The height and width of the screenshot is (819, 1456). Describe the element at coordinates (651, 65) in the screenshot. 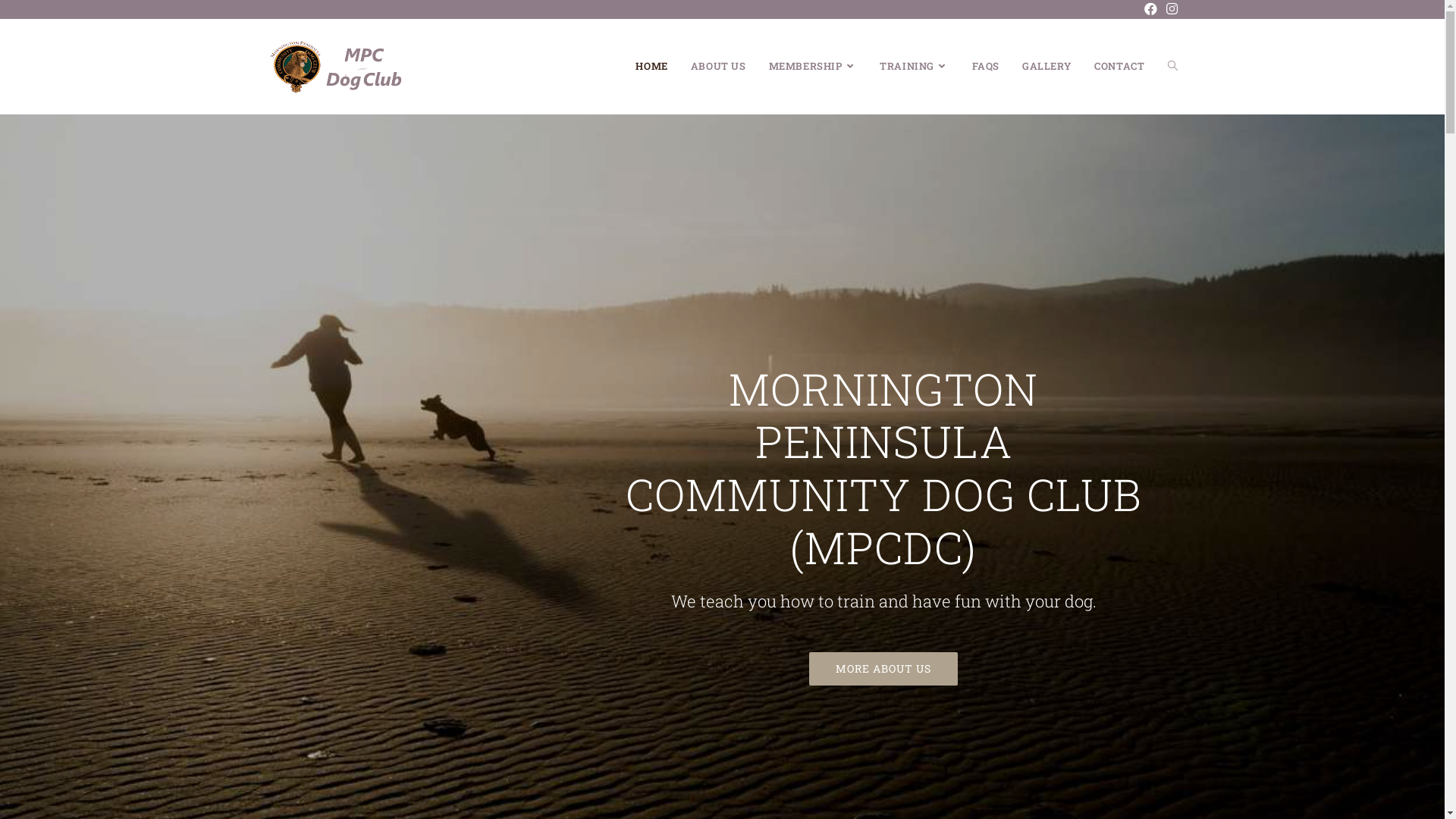

I see `'HOME'` at that location.